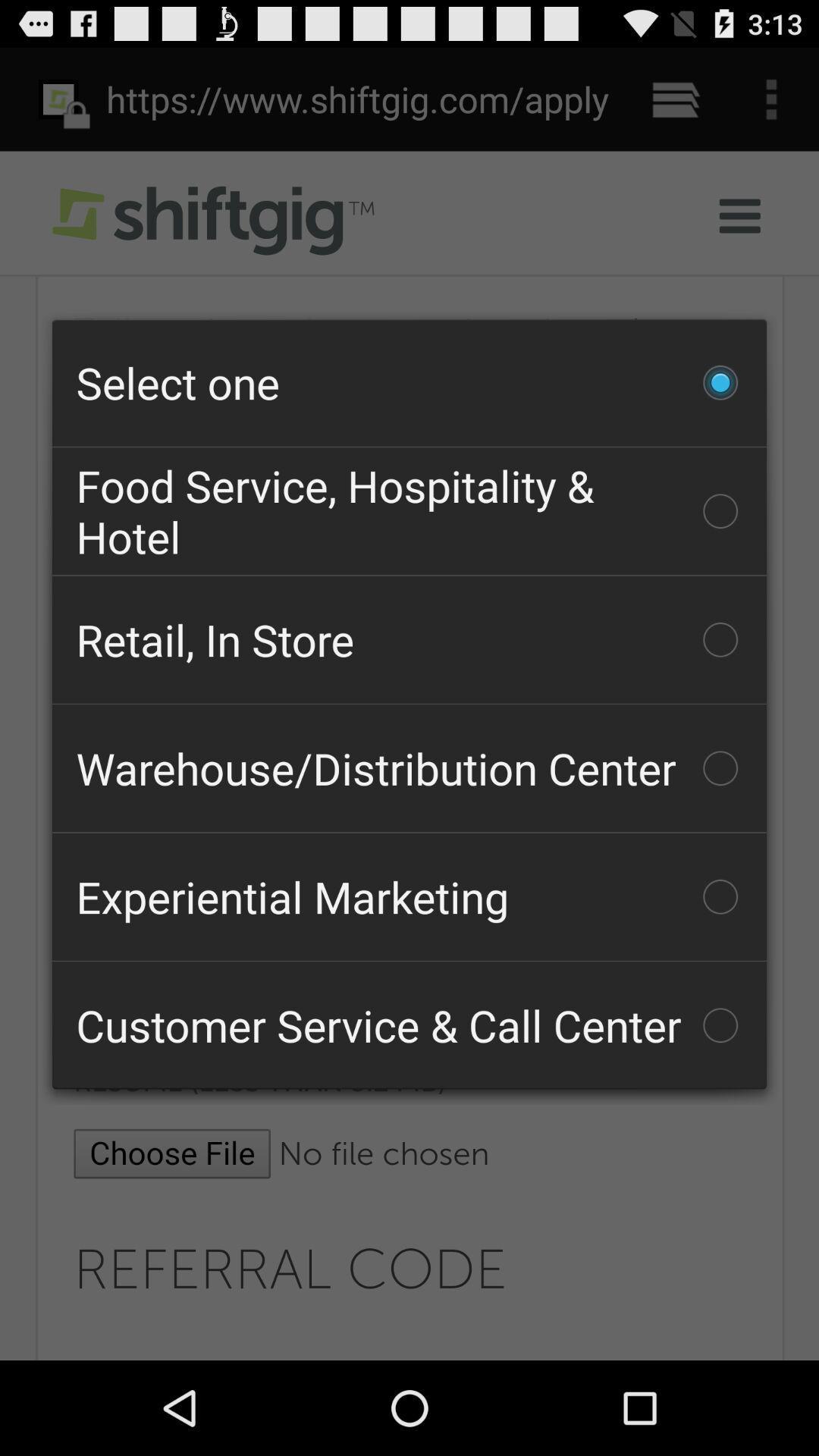 The width and height of the screenshot is (819, 1456). Describe the element at coordinates (409, 511) in the screenshot. I see `food service hospitality checkbox` at that location.